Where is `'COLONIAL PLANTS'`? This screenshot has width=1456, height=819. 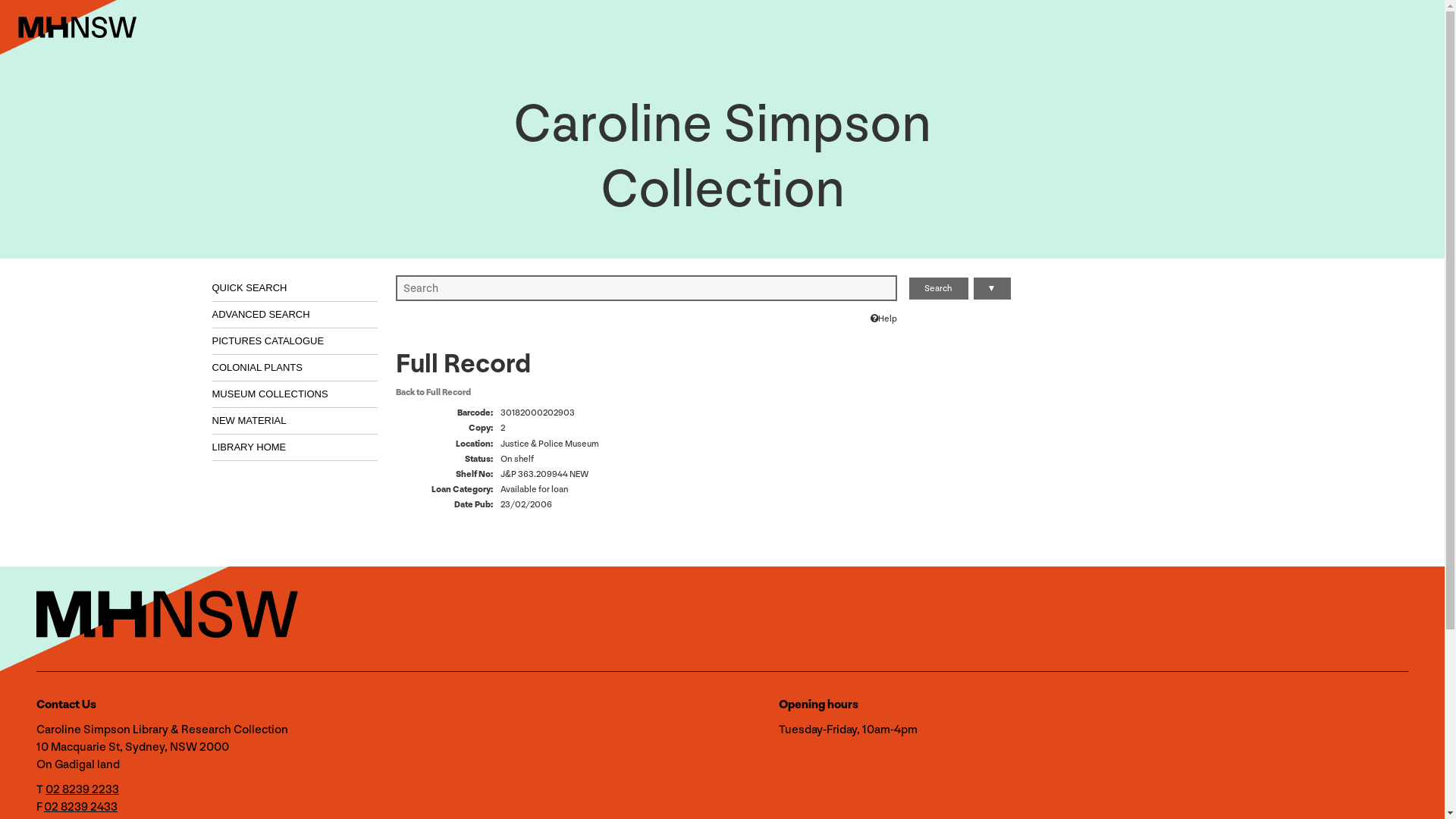 'COLONIAL PLANTS' is located at coordinates (211, 368).